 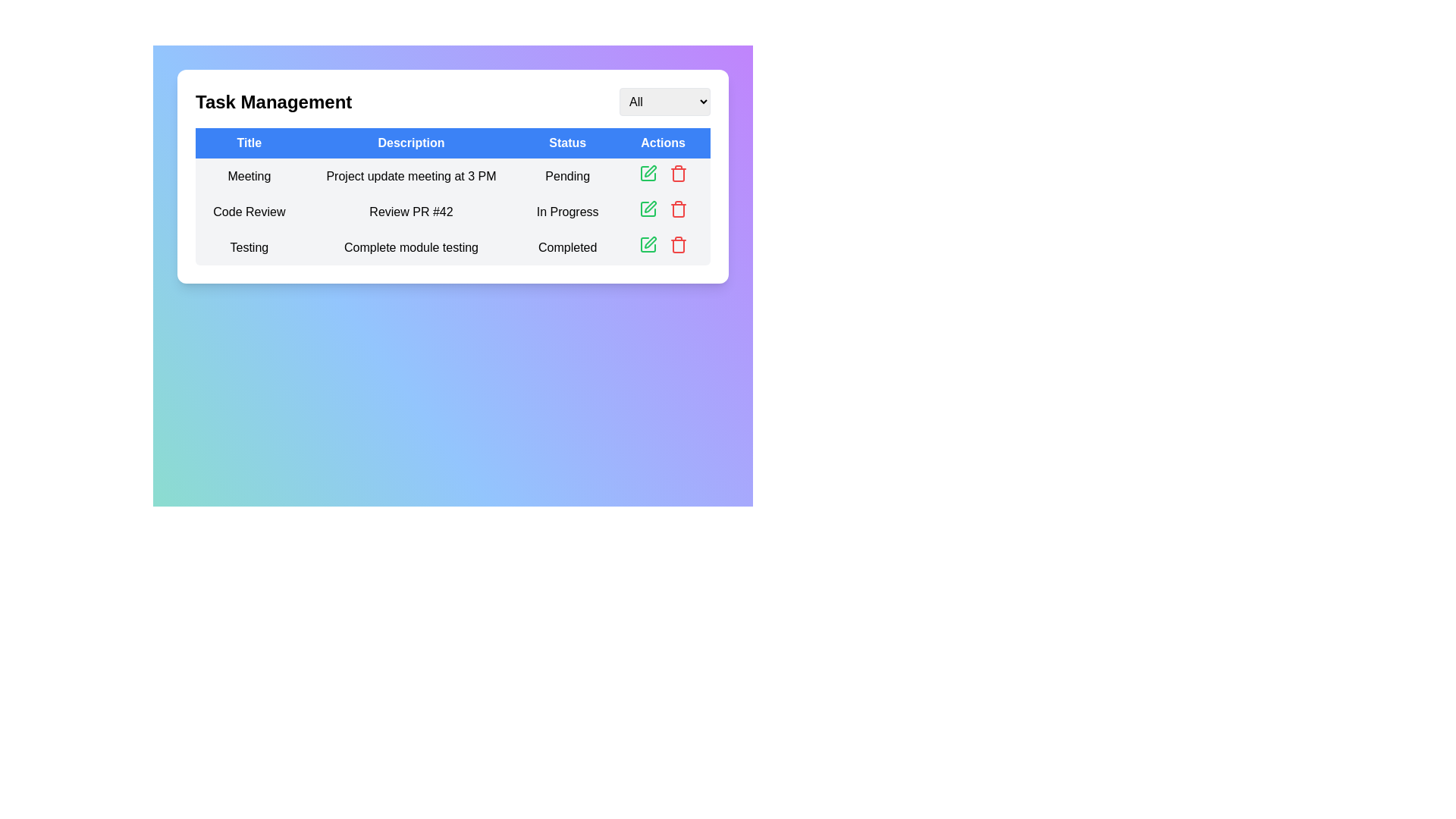 I want to click on the title text labeled 'Task Management', which is styled with a bold font and larger size, located near the top-left corner of the interface, so click(x=274, y=102).